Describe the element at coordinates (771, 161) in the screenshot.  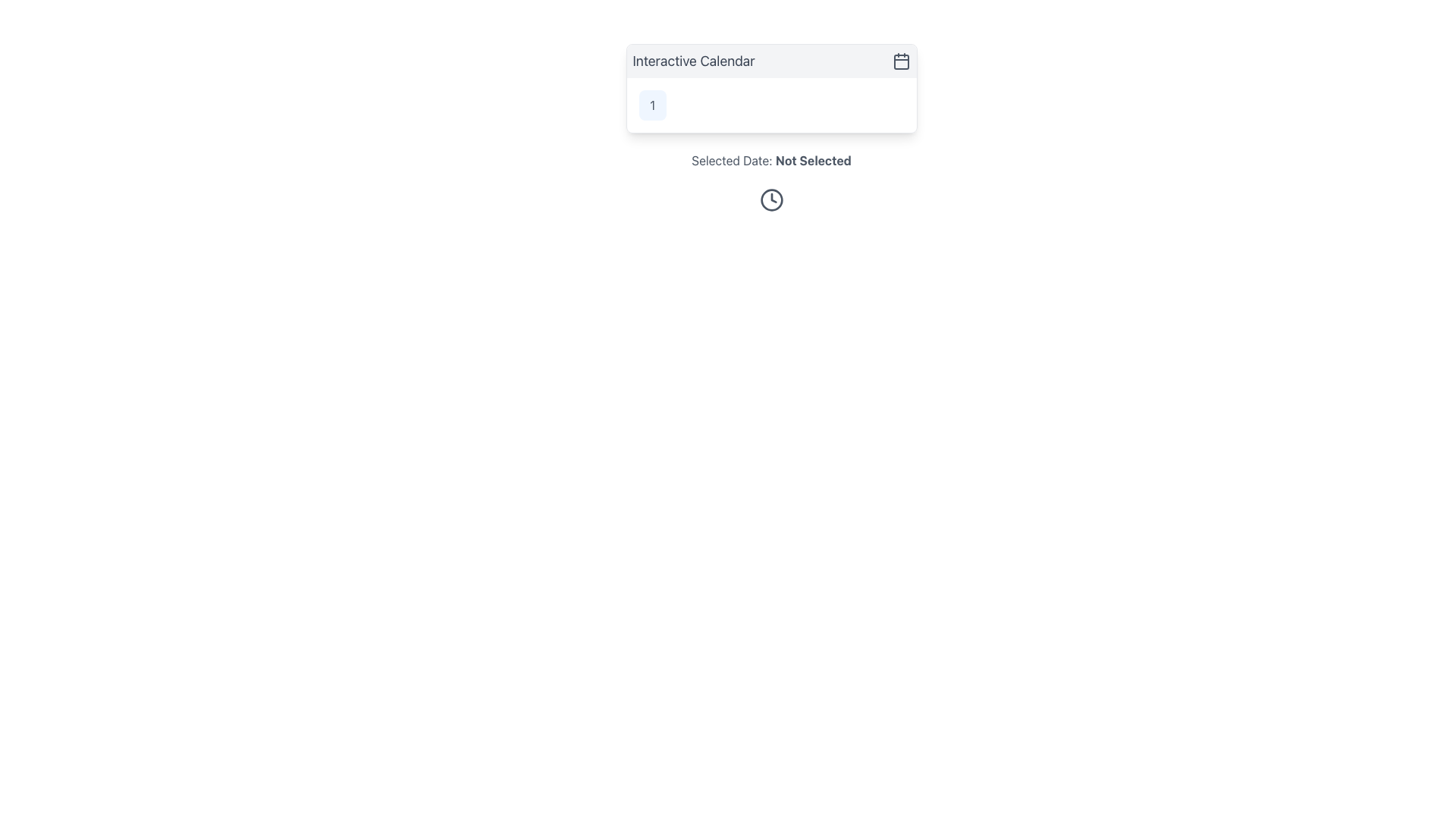
I see `the text label displaying 'Selected Date: Not Selected', which is centrally located in the horizontal axis and positioned below the grid area of the interactive calendar component` at that location.